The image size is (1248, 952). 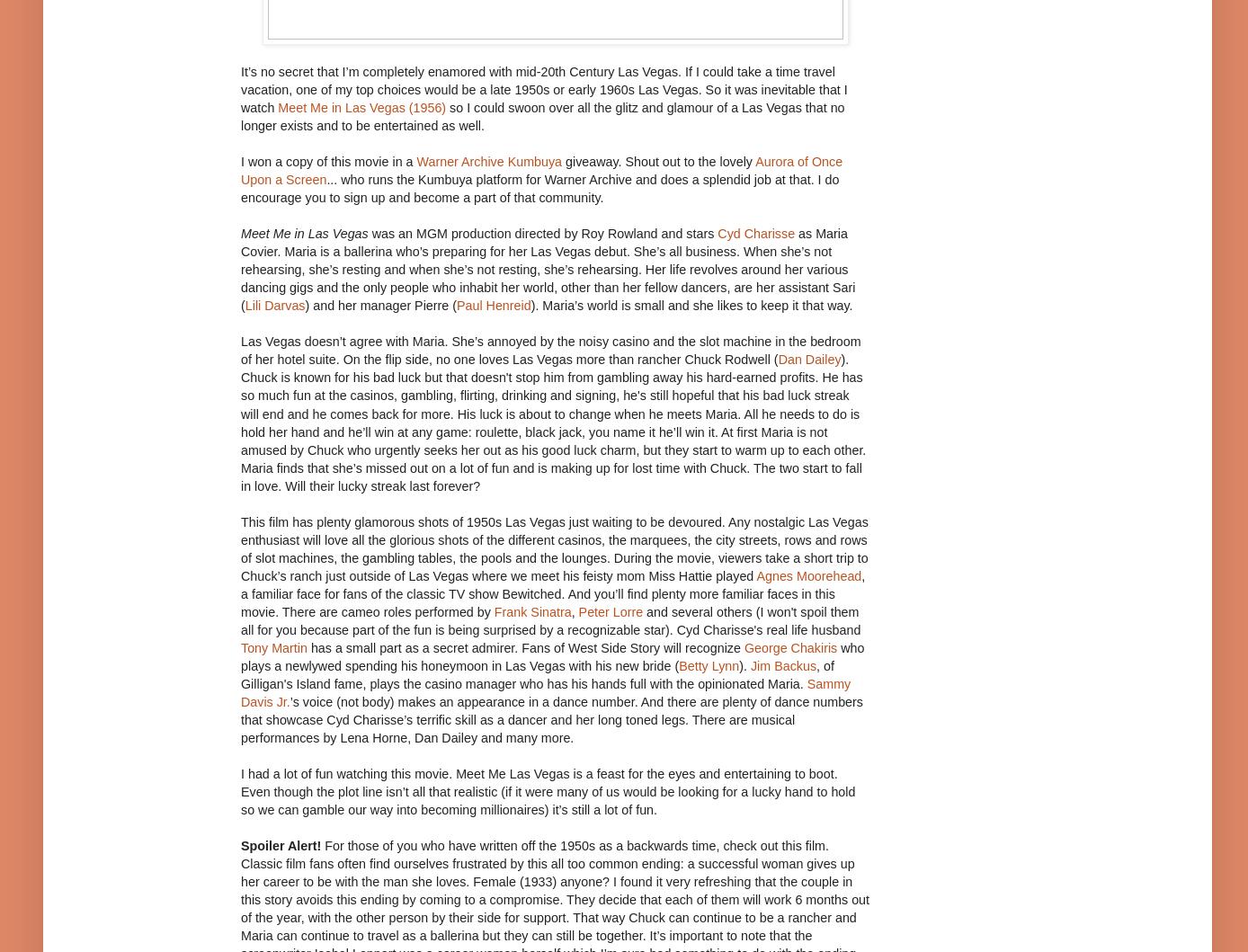 I want to click on ', of Gilligan's Island fame, plays the casino manager who has his hands full with the opinionated Maria.', so click(x=537, y=672).